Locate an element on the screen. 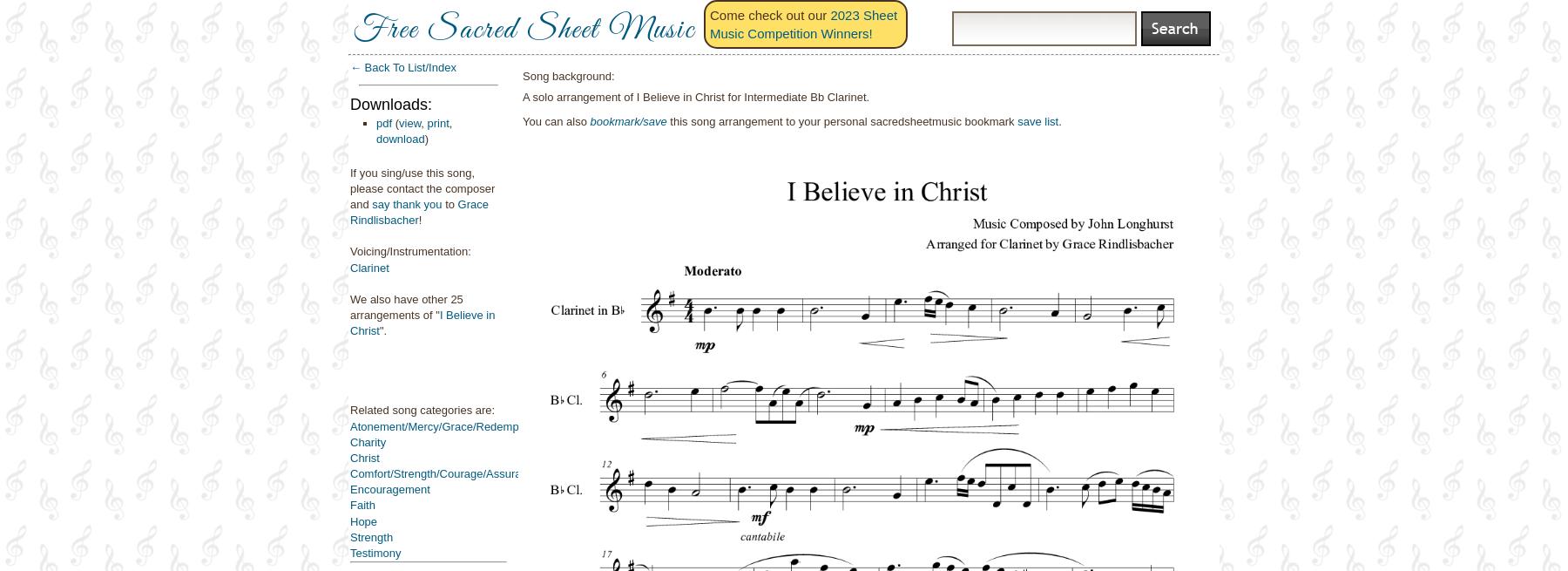 The width and height of the screenshot is (1568, 571). '".' is located at coordinates (379, 330).